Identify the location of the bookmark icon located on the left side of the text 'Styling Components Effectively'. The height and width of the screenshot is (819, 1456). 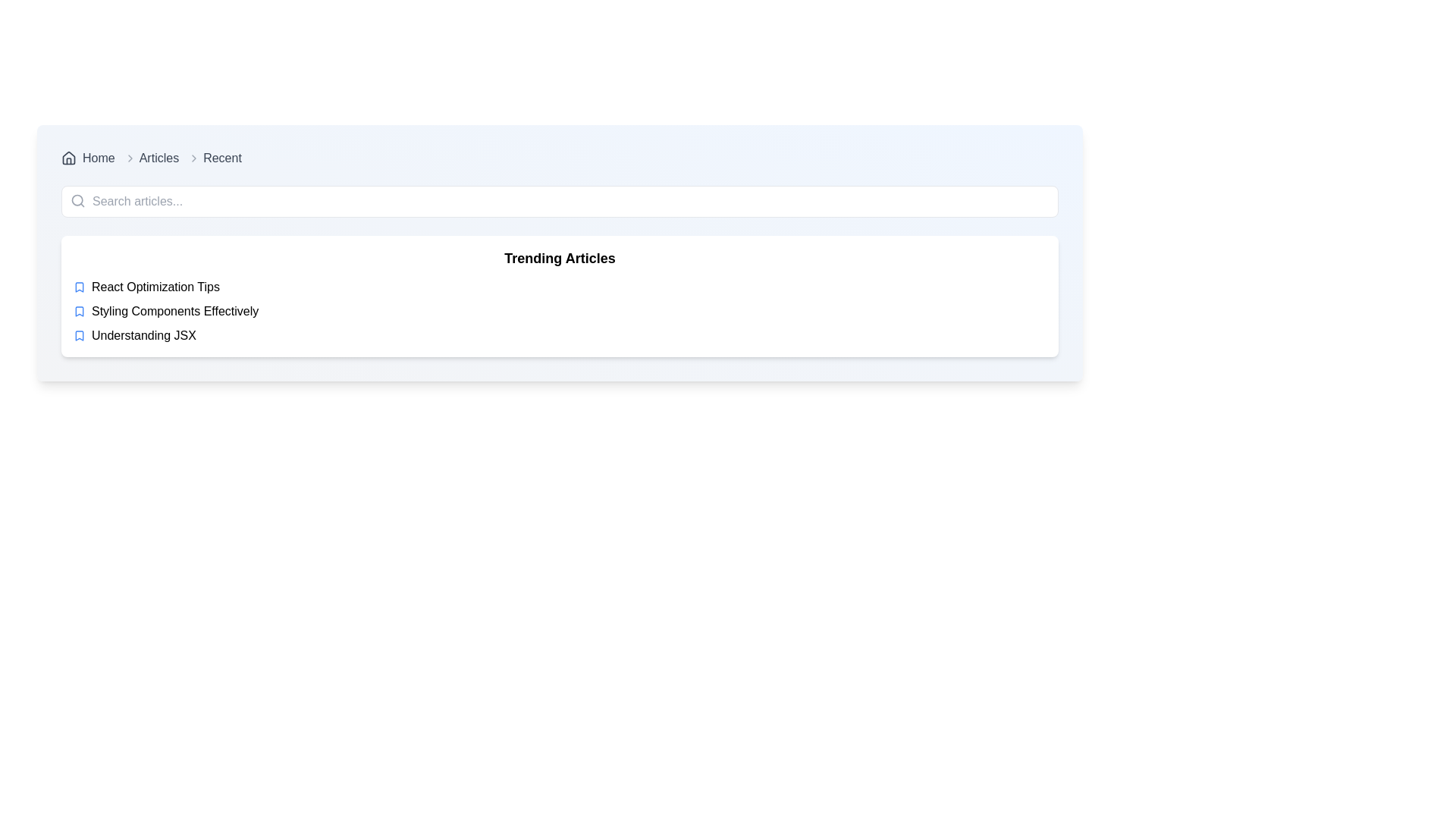
(79, 311).